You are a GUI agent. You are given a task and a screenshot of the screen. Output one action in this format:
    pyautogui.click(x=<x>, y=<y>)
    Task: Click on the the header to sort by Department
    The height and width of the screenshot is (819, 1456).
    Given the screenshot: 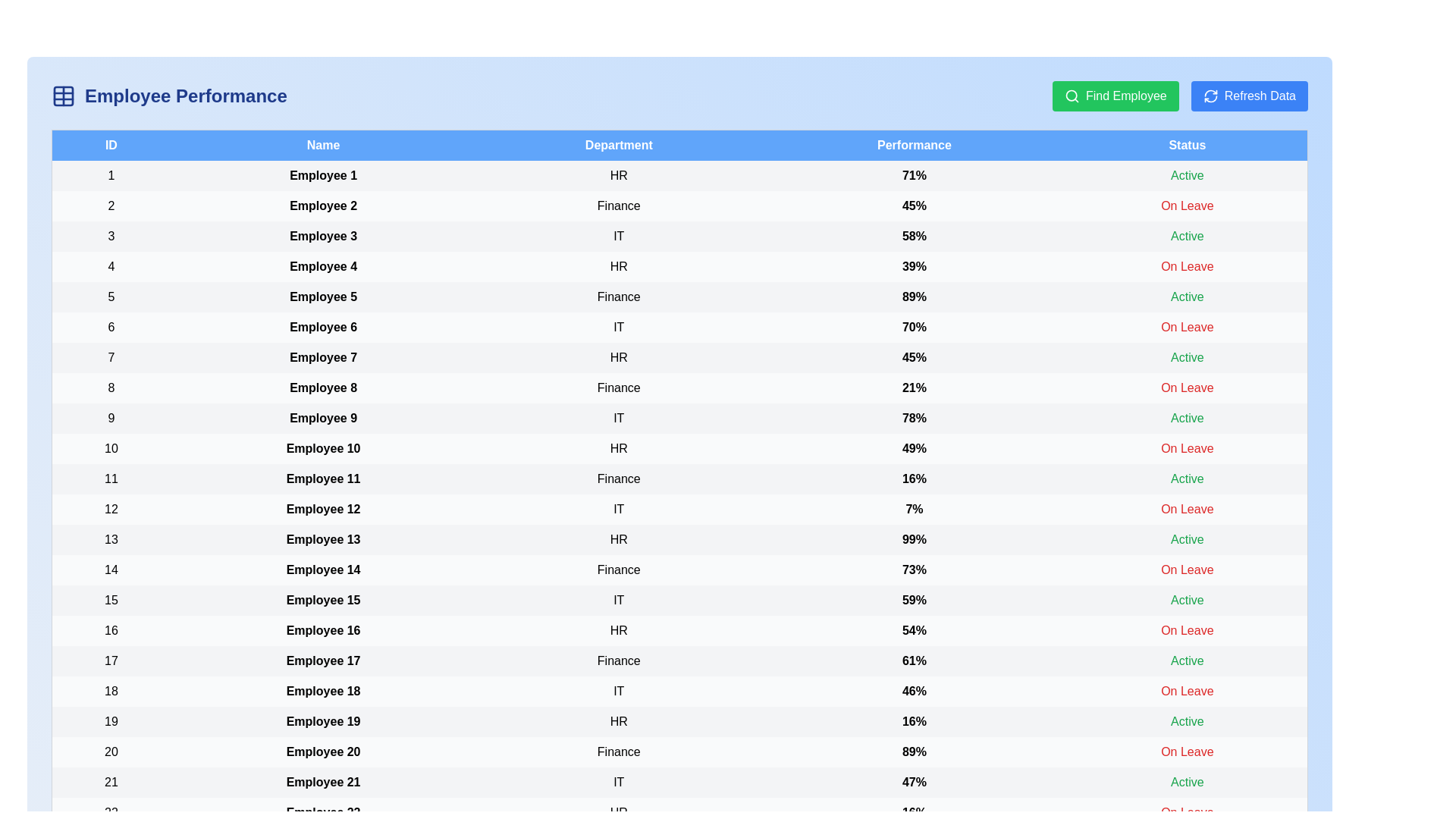 What is the action you would take?
    pyautogui.click(x=619, y=145)
    